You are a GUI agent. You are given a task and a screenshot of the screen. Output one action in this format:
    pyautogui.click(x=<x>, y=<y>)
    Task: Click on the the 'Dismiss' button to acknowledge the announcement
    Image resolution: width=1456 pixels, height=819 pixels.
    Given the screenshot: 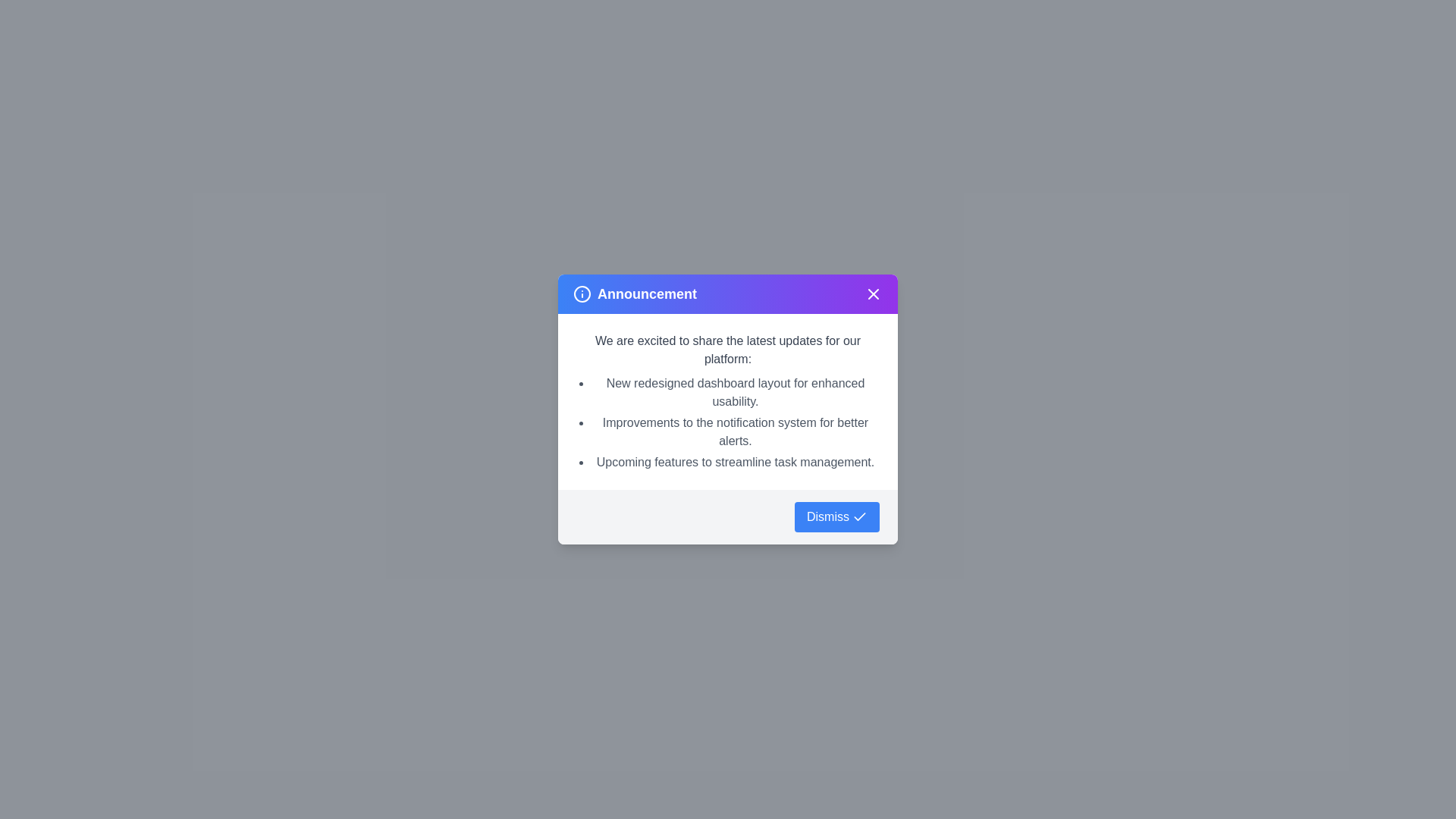 What is the action you would take?
    pyautogui.click(x=836, y=516)
    